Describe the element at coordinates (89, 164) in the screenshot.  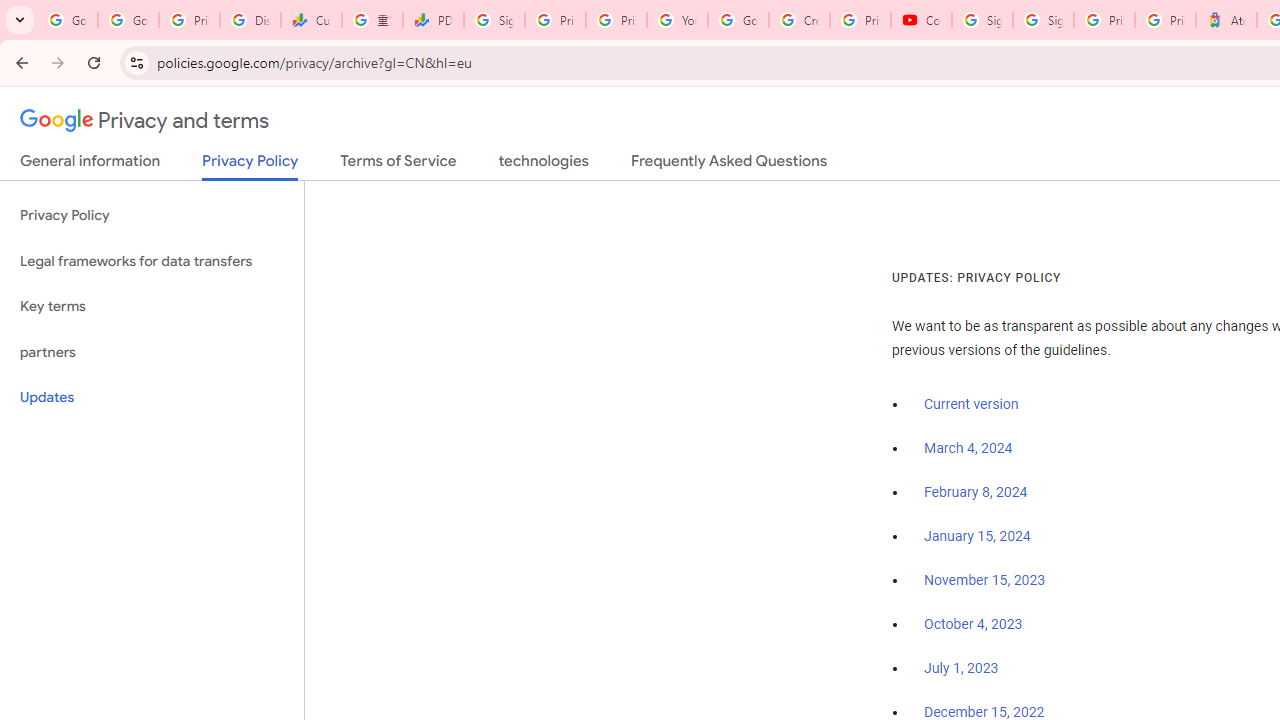
I see `'General information'` at that location.